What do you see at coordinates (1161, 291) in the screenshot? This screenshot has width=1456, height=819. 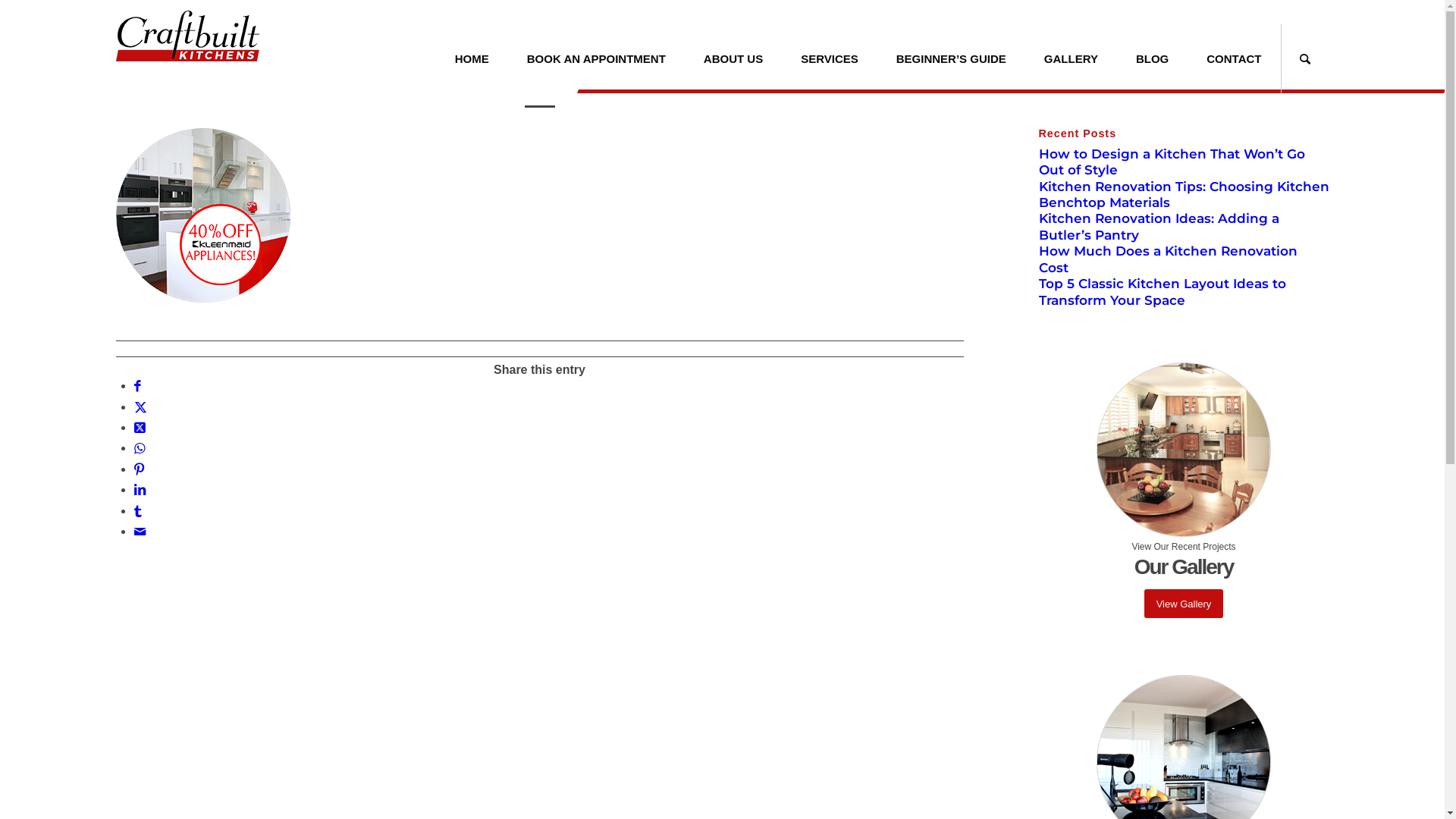 I see `'Top 5 Classic Kitchen Layout Ideas to Transform Your Space'` at bounding box center [1161, 291].